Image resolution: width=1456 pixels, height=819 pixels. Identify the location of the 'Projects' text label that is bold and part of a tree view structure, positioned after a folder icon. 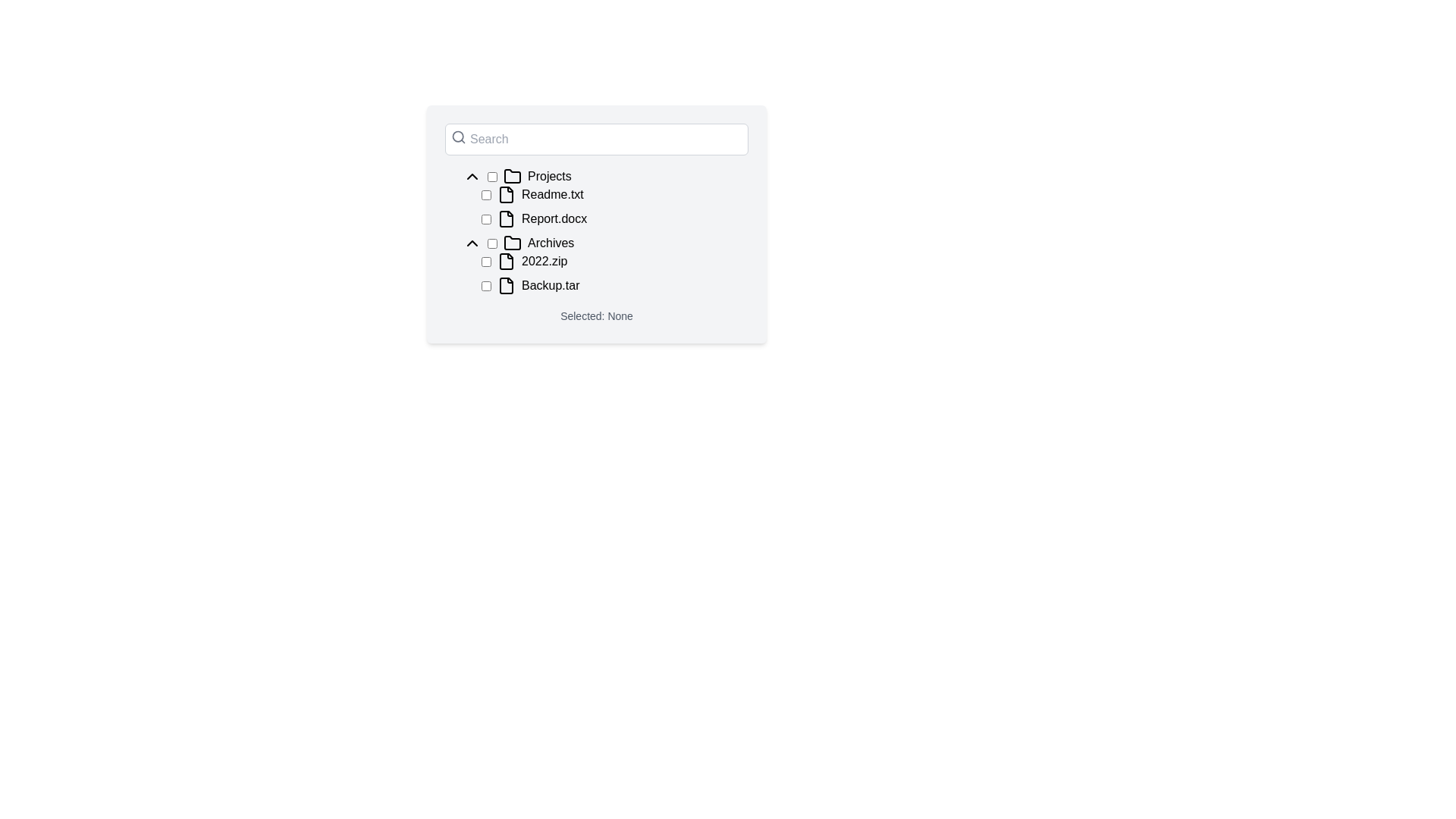
(548, 175).